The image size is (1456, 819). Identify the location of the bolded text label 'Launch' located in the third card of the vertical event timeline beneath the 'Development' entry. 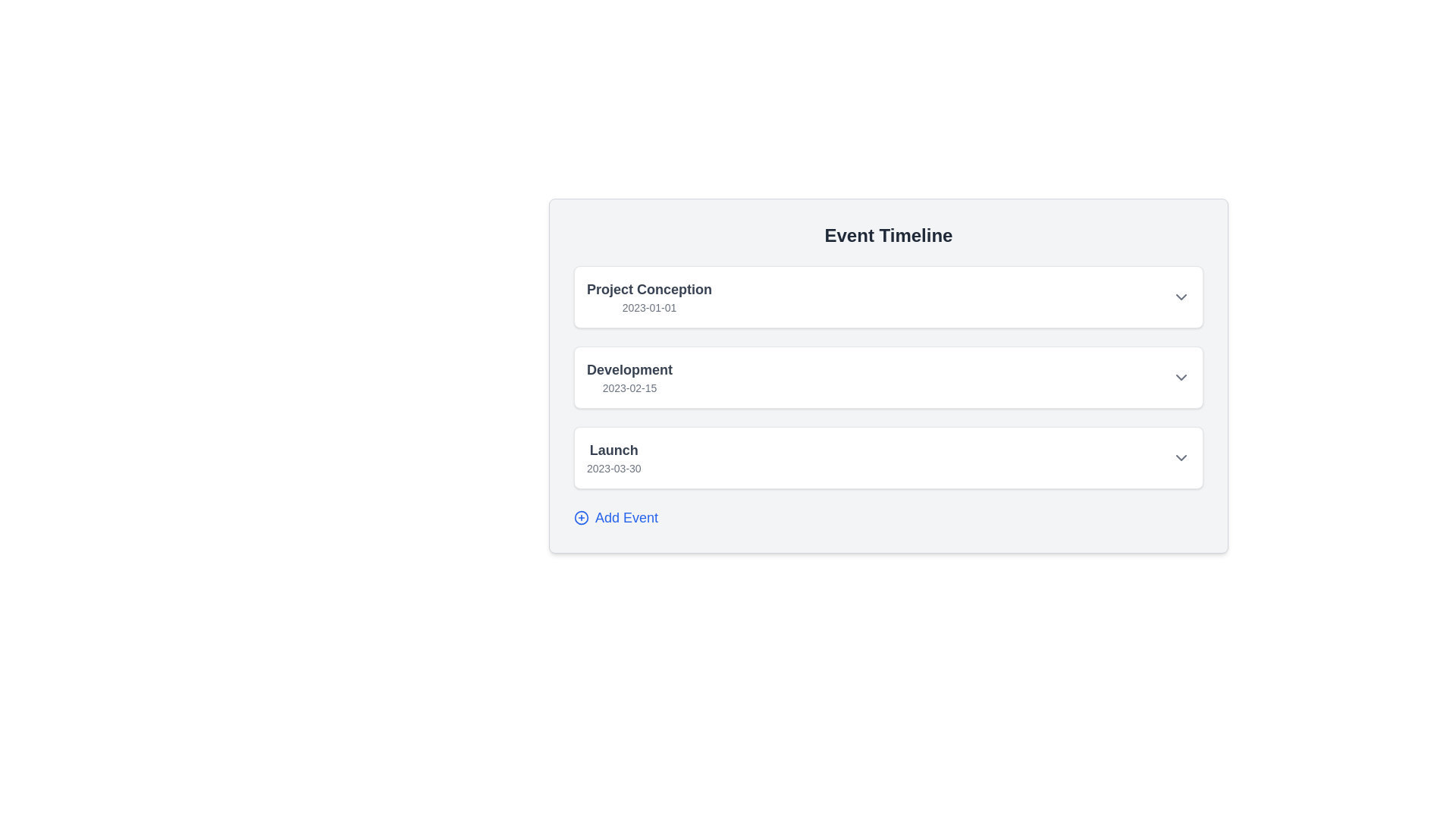
(613, 450).